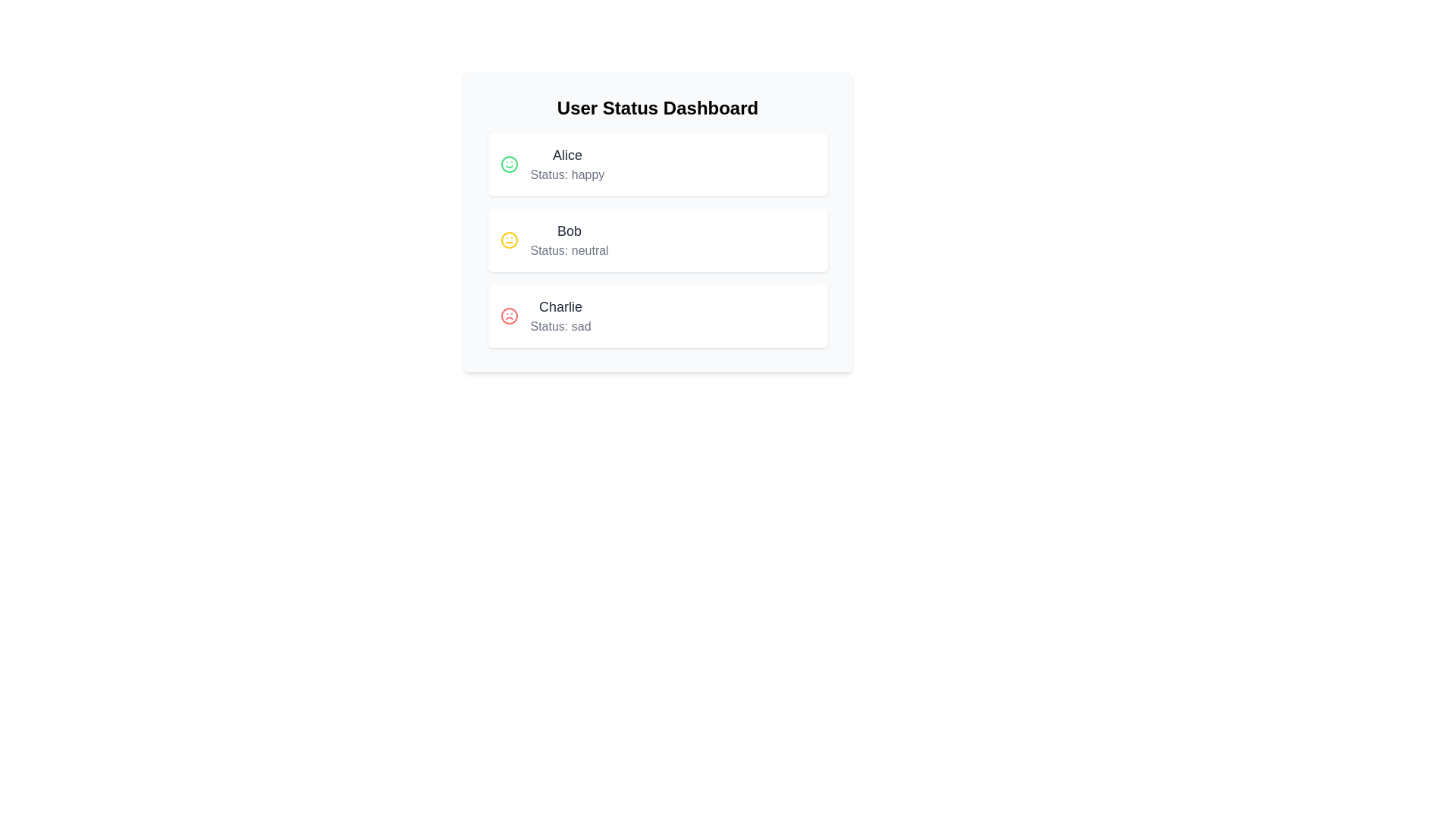 The height and width of the screenshot is (819, 1456). What do you see at coordinates (569, 231) in the screenshot?
I see `text content of the 'Bob' Text Label located in the upper part of the second card in the 'User Status Dashboard' section, which is displayed in bold dark gray font above the status descriptor` at bounding box center [569, 231].